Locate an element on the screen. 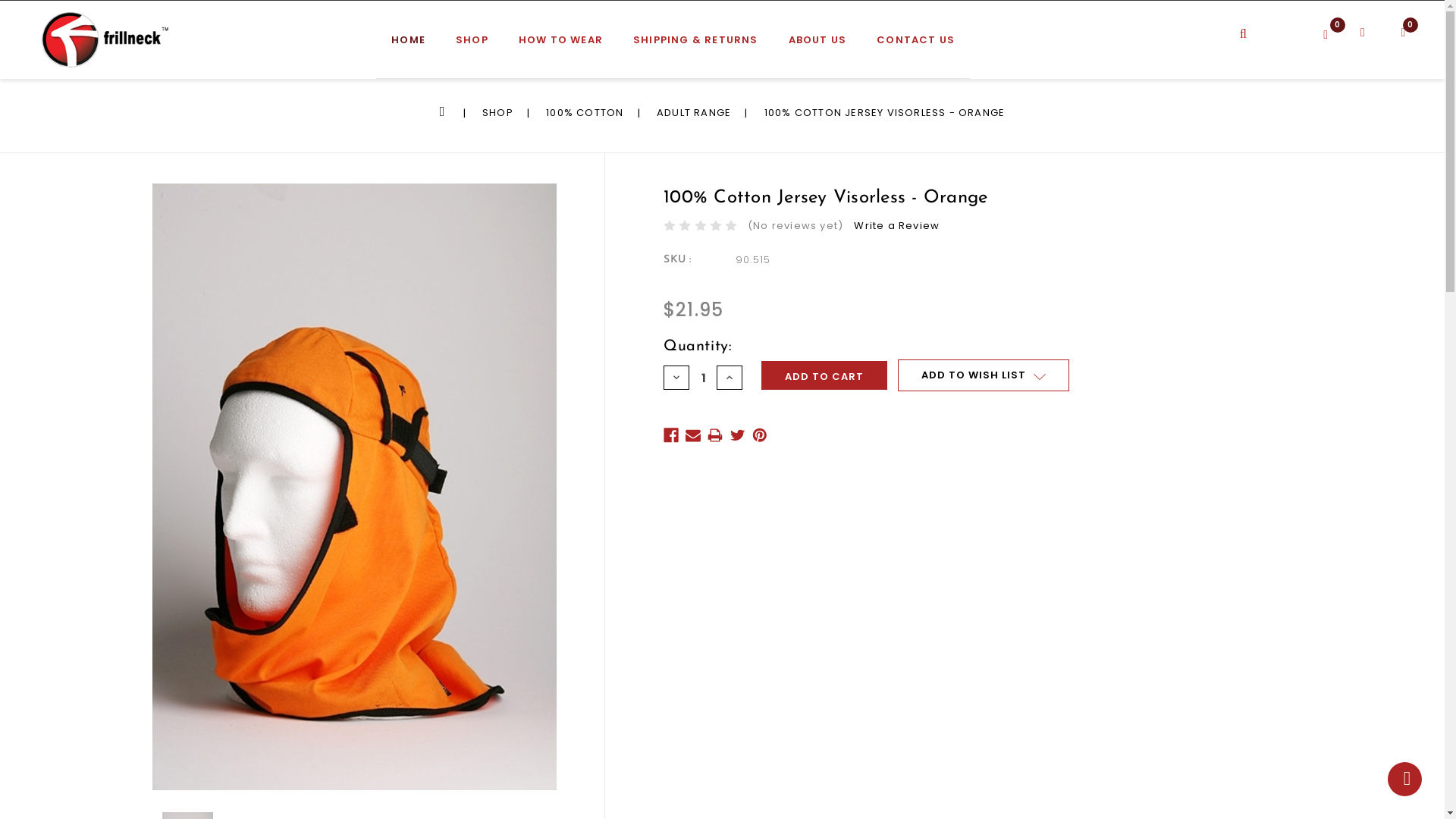  'Write a Review' is located at coordinates (896, 225).